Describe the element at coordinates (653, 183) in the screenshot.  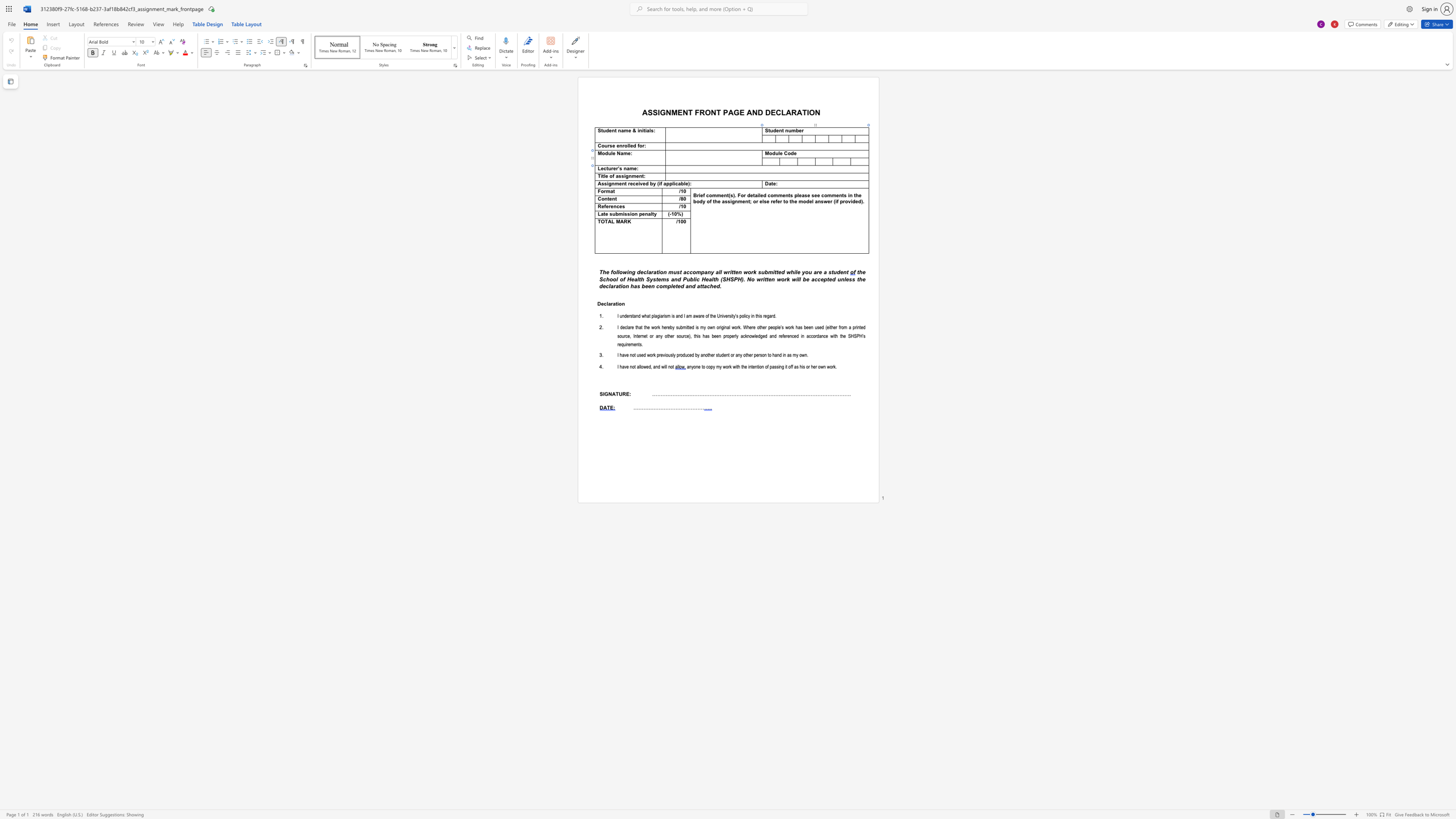
I see `the space between the continuous character "b" and "y" in the text` at that location.